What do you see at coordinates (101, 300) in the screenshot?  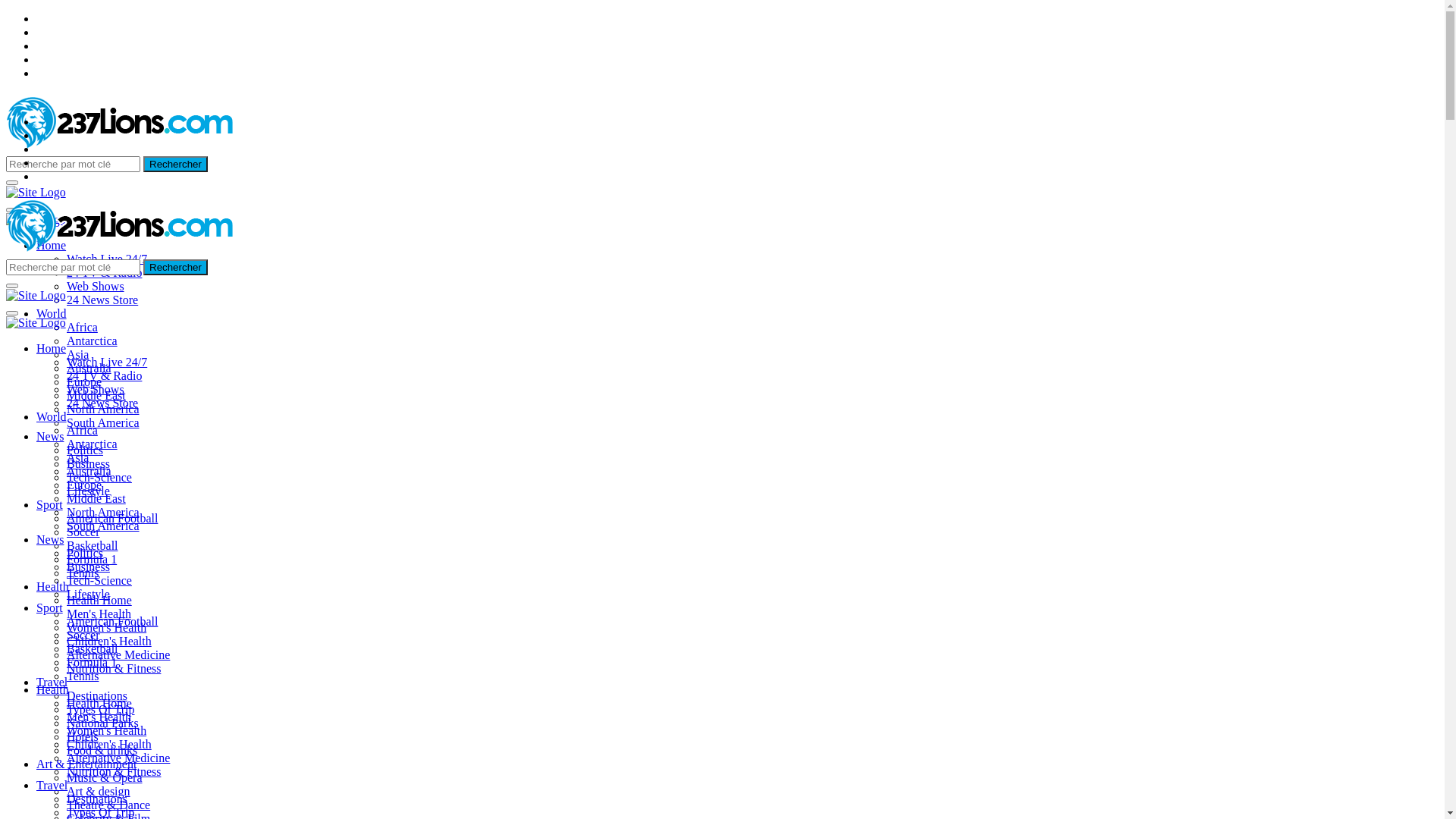 I see `'24 News Store'` at bounding box center [101, 300].